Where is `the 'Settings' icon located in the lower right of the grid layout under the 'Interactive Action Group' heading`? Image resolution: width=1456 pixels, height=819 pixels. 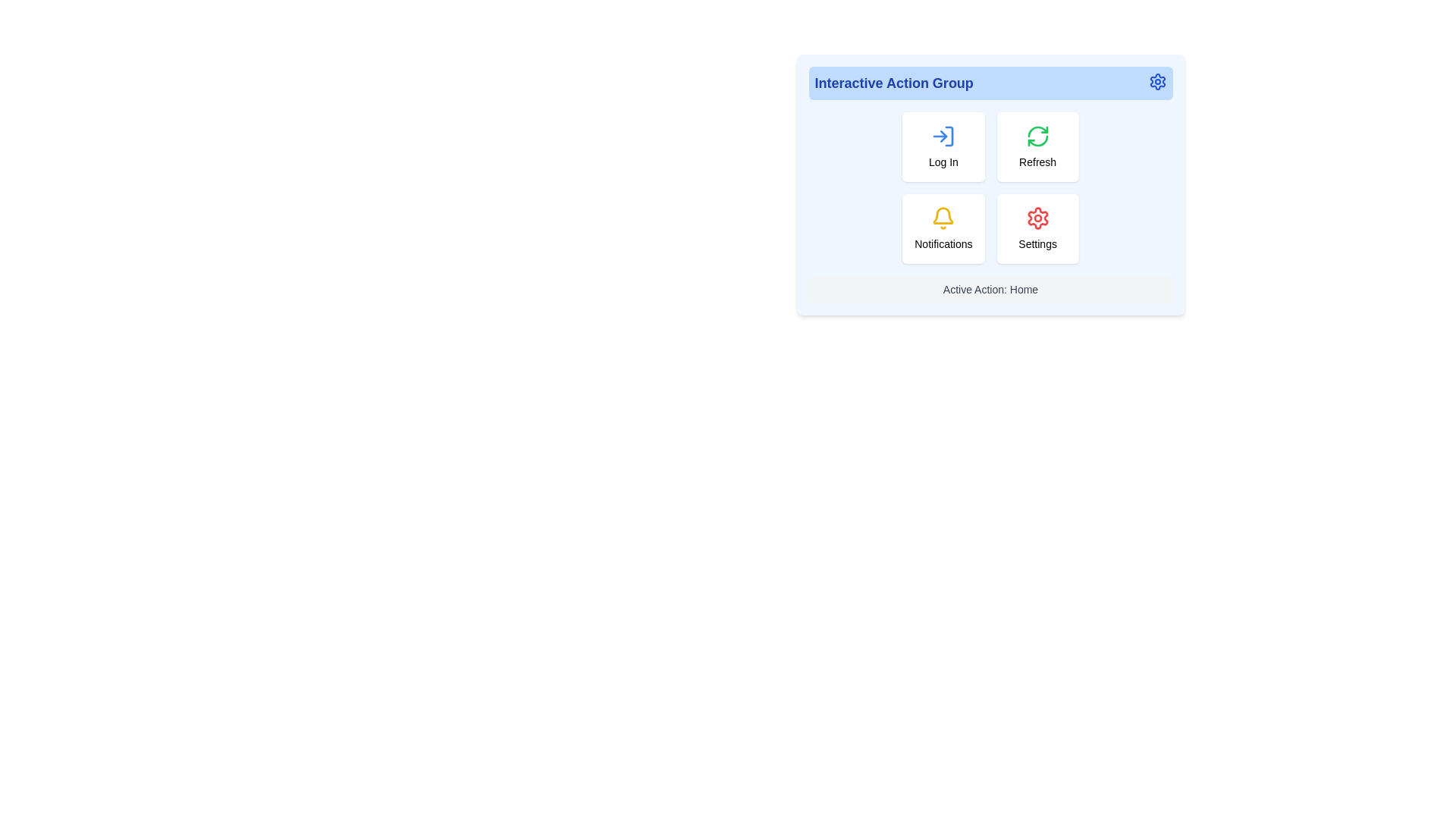
the 'Settings' icon located in the lower right of the grid layout under the 'Interactive Action Group' heading is located at coordinates (1037, 218).